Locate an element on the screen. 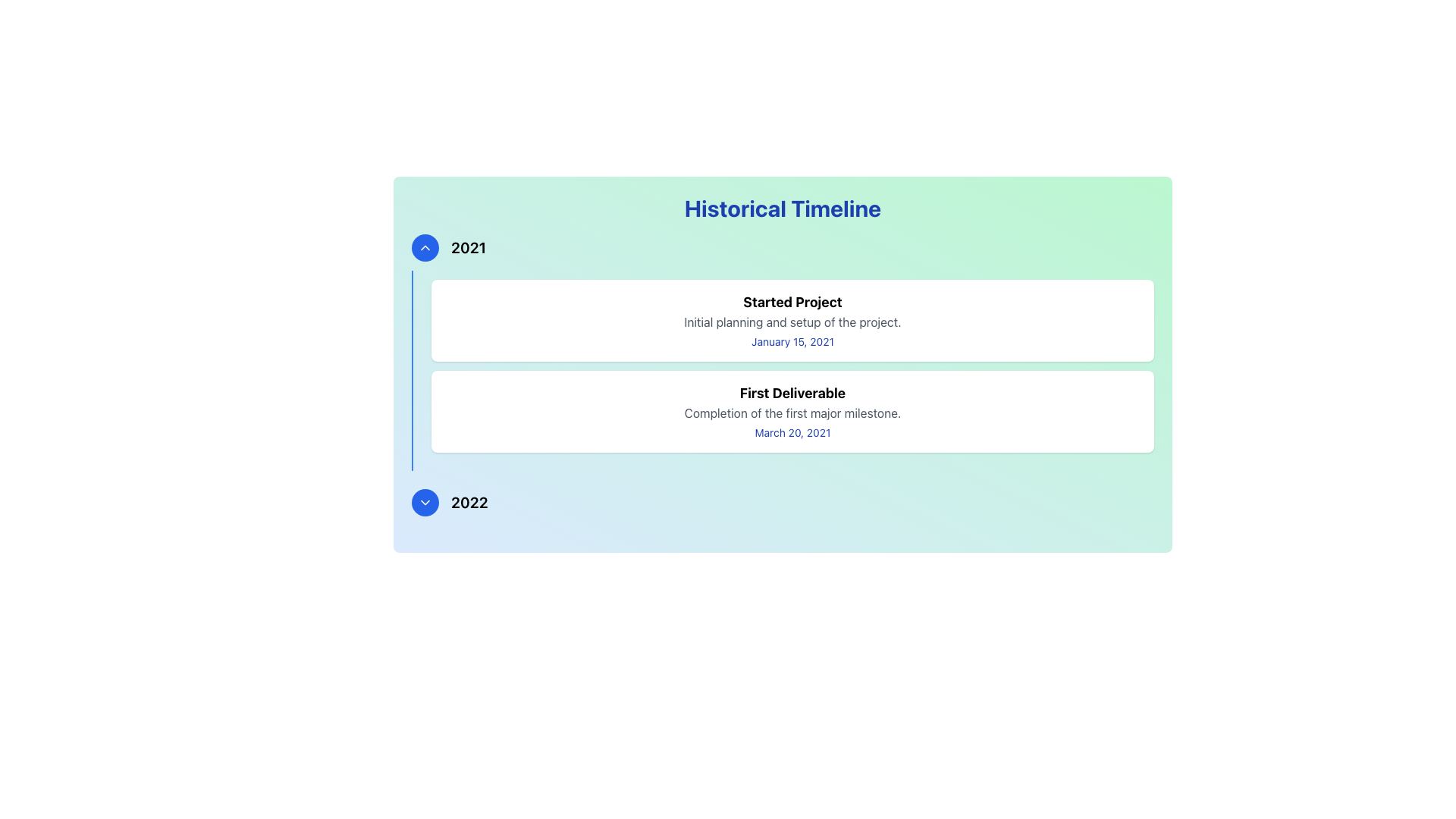 Image resolution: width=1456 pixels, height=819 pixels. the descriptive text element providing information about the 'Started Project' entry in the historical timeline, which is located in a white rectangular card near the top section of the interface is located at coordinates (792, 321).